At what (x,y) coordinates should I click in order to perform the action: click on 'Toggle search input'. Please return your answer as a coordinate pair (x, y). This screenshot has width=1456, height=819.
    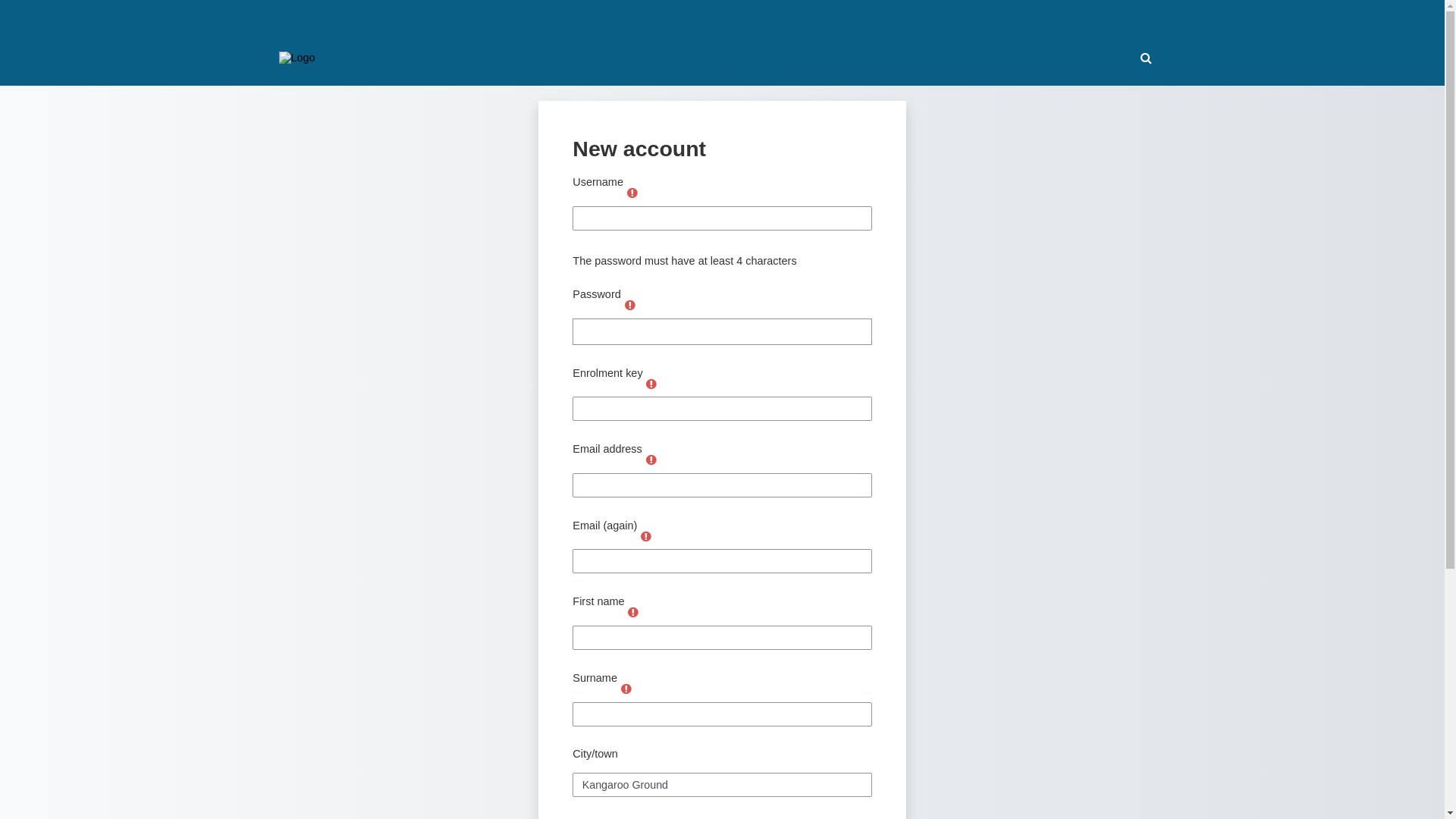
    Looking at the image, I should click on (1137, 58).